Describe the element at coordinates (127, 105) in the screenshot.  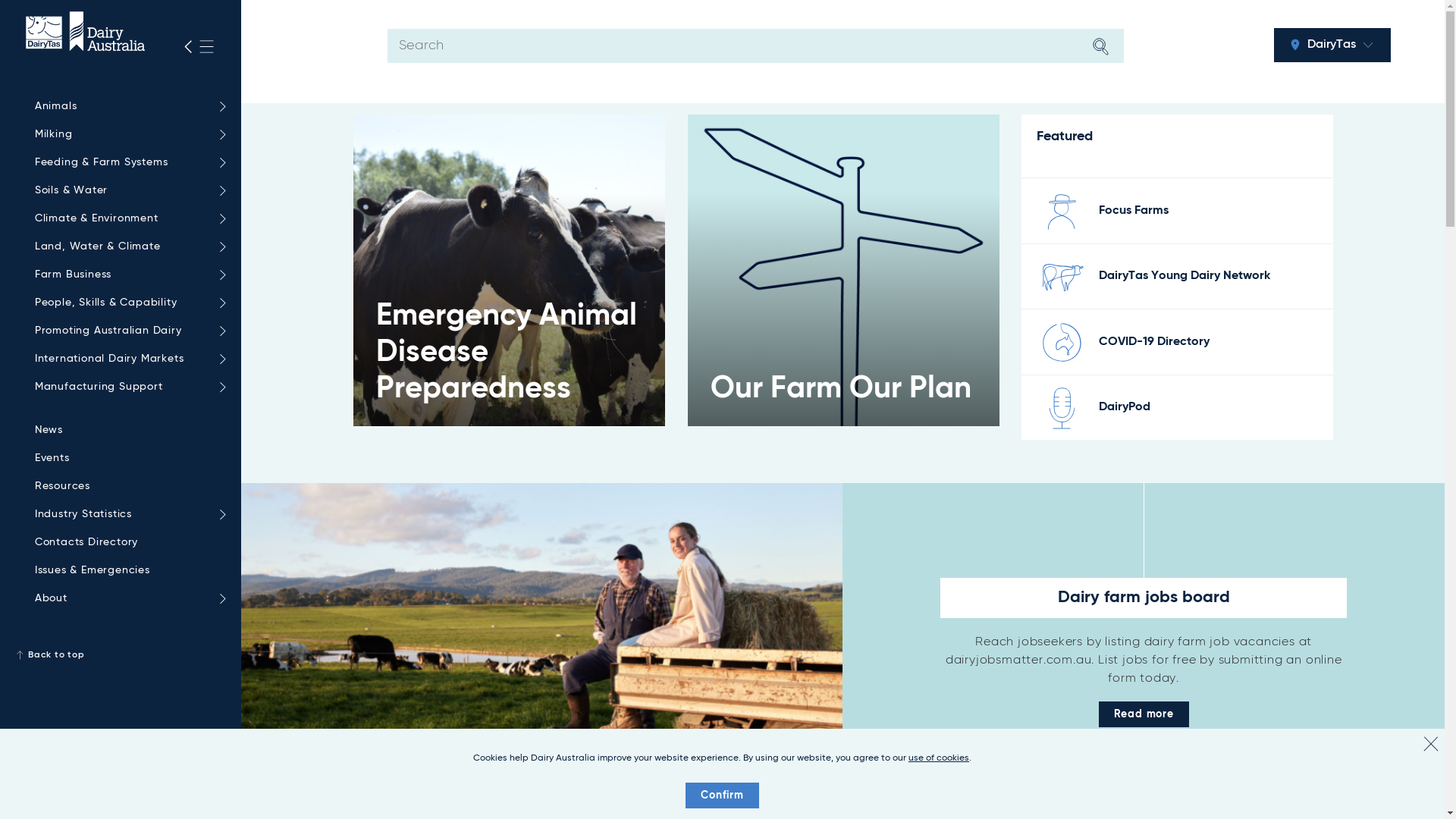
I see `'Animals'` at that location.